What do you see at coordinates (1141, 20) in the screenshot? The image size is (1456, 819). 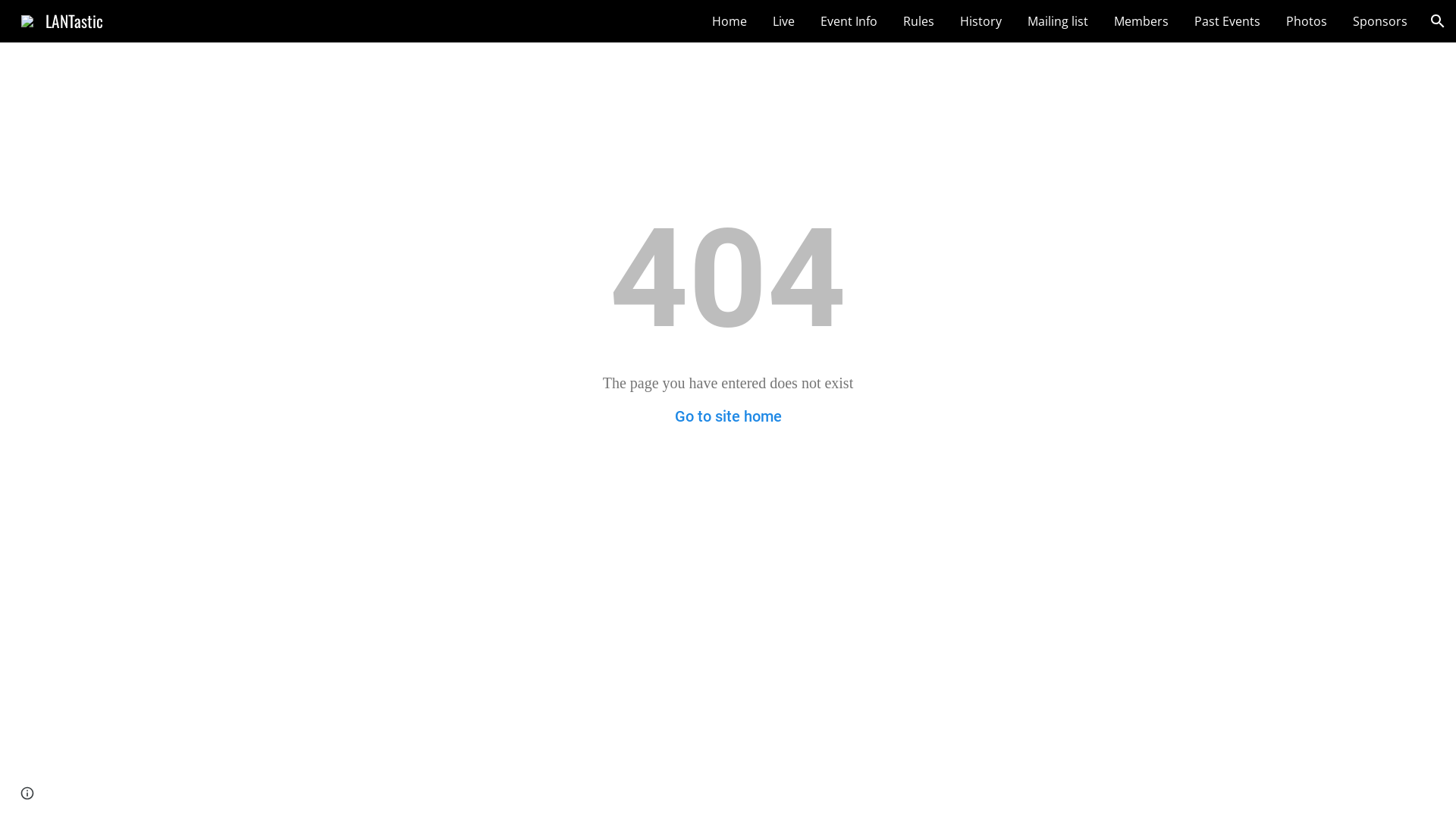 I see `'Members'` at bounding box center [1141, 20].